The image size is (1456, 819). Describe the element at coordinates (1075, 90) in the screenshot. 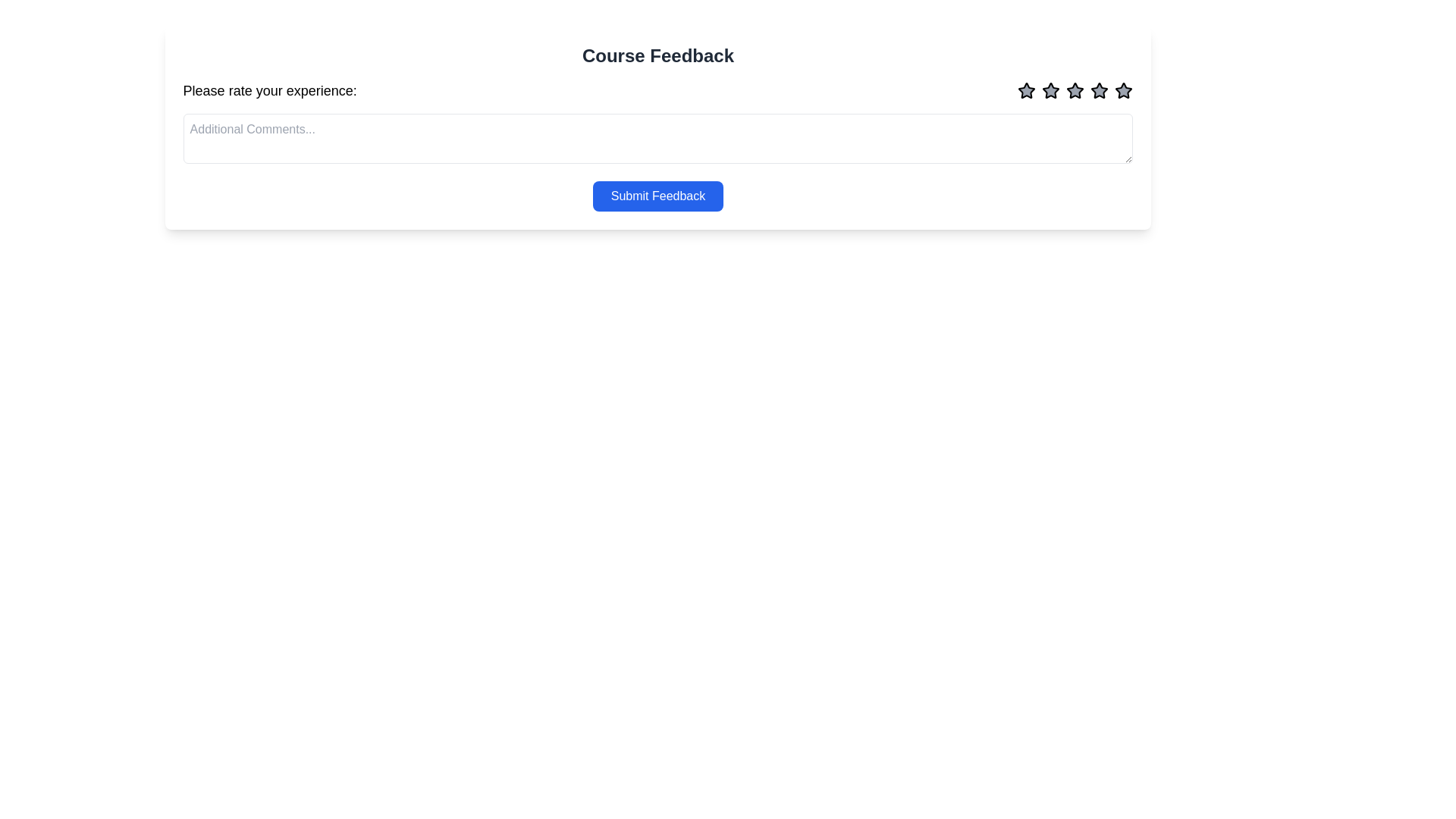

I see `the fourth star-shaped rating icon, which is a gray fill with black outline` at that location.